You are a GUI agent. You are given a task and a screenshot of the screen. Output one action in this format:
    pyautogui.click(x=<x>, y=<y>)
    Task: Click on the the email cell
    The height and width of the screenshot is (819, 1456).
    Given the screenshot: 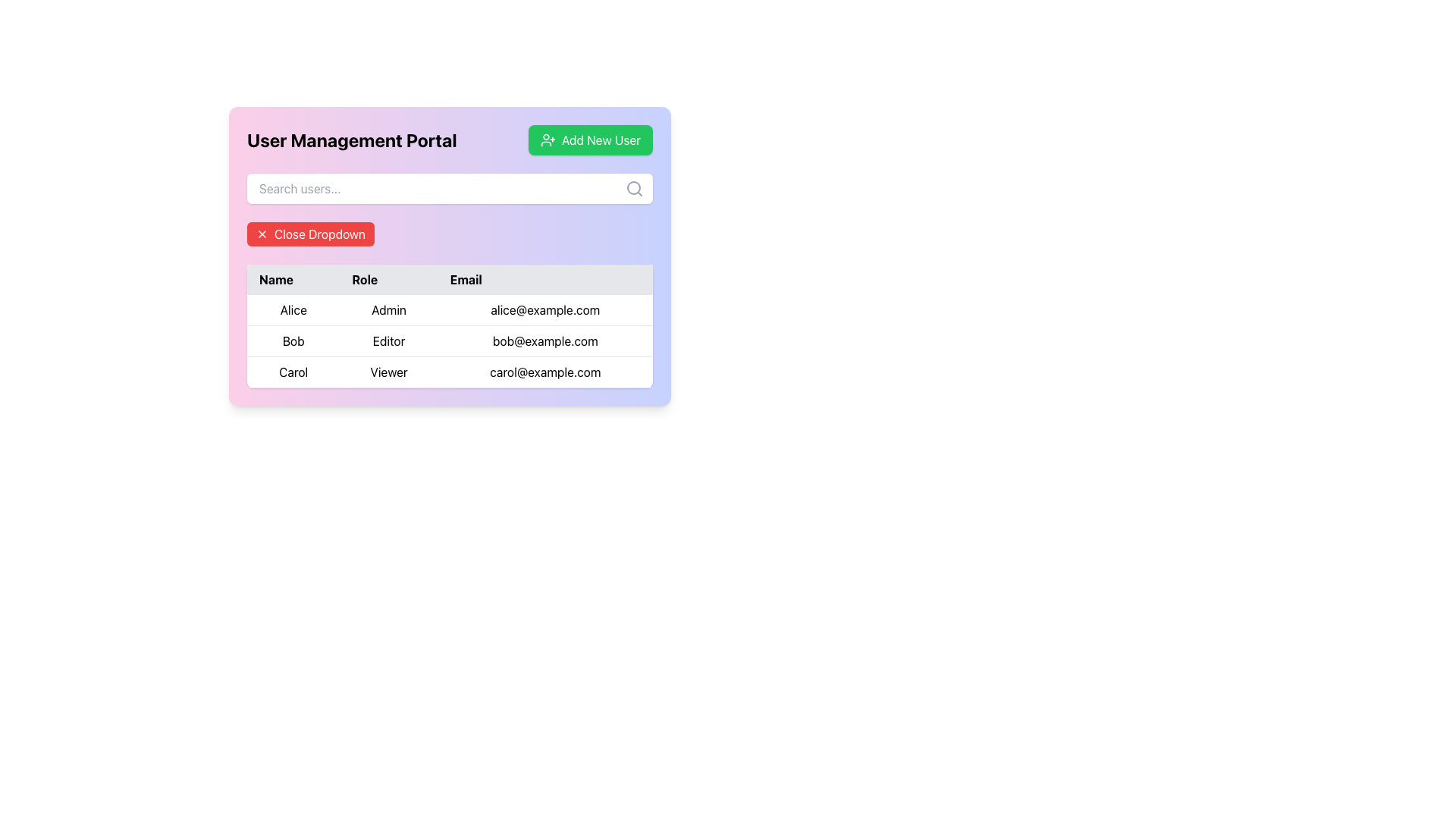 What is the action you would take?
    pyautogui.click(x=449, y=341)
    